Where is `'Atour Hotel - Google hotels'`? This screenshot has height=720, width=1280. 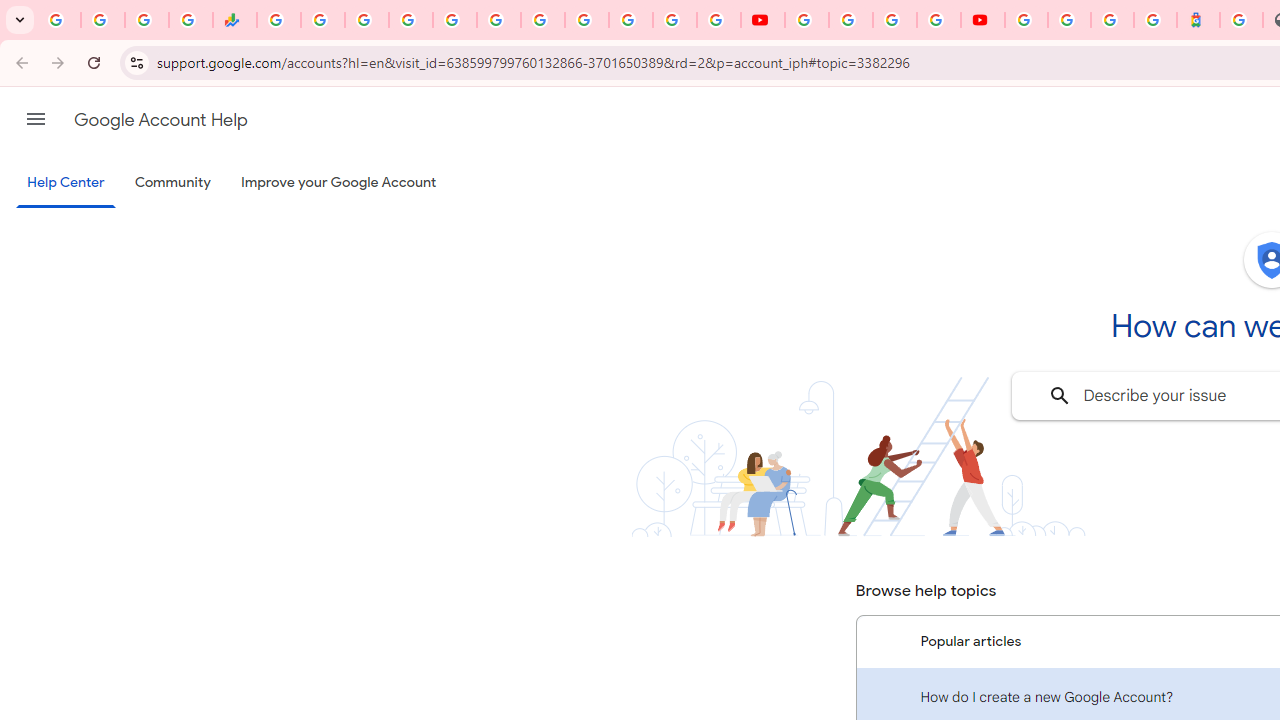
'Atour Hotel - Google hotels' is located at coordinates (1198, 20).